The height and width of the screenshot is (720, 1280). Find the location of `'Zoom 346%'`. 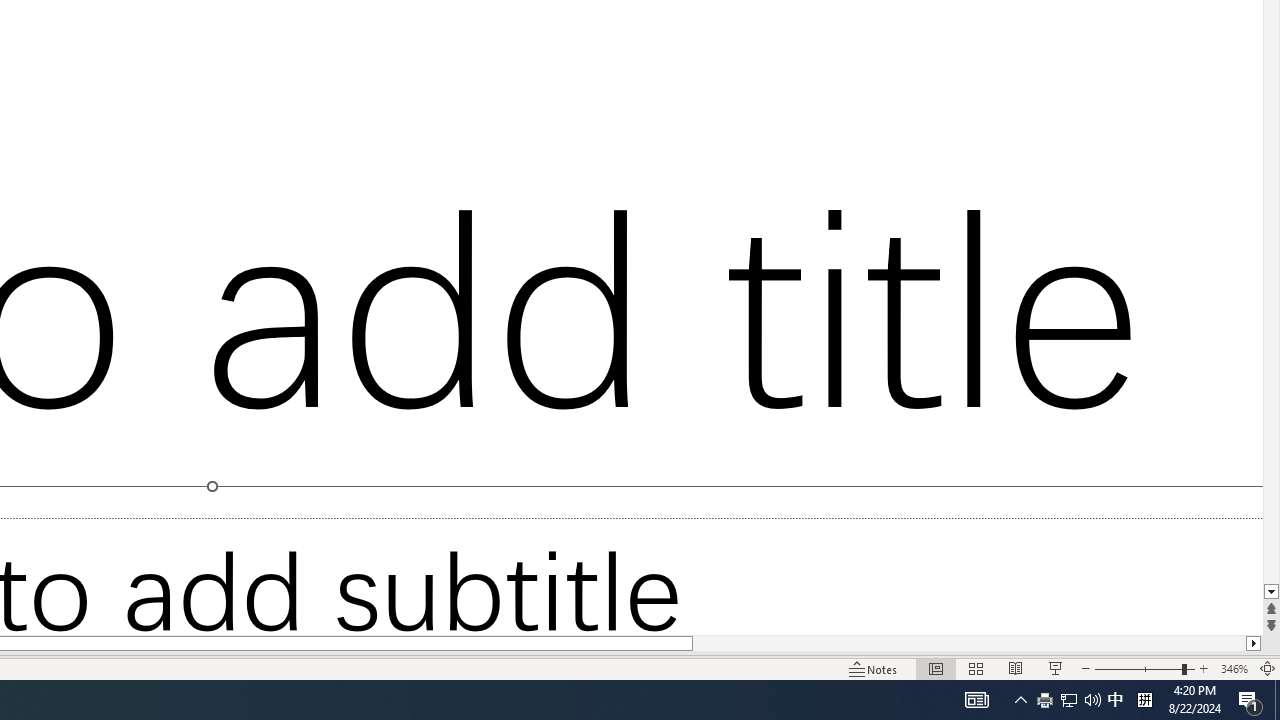

'Zoom 346%' is located at coordinates (1233, 669).